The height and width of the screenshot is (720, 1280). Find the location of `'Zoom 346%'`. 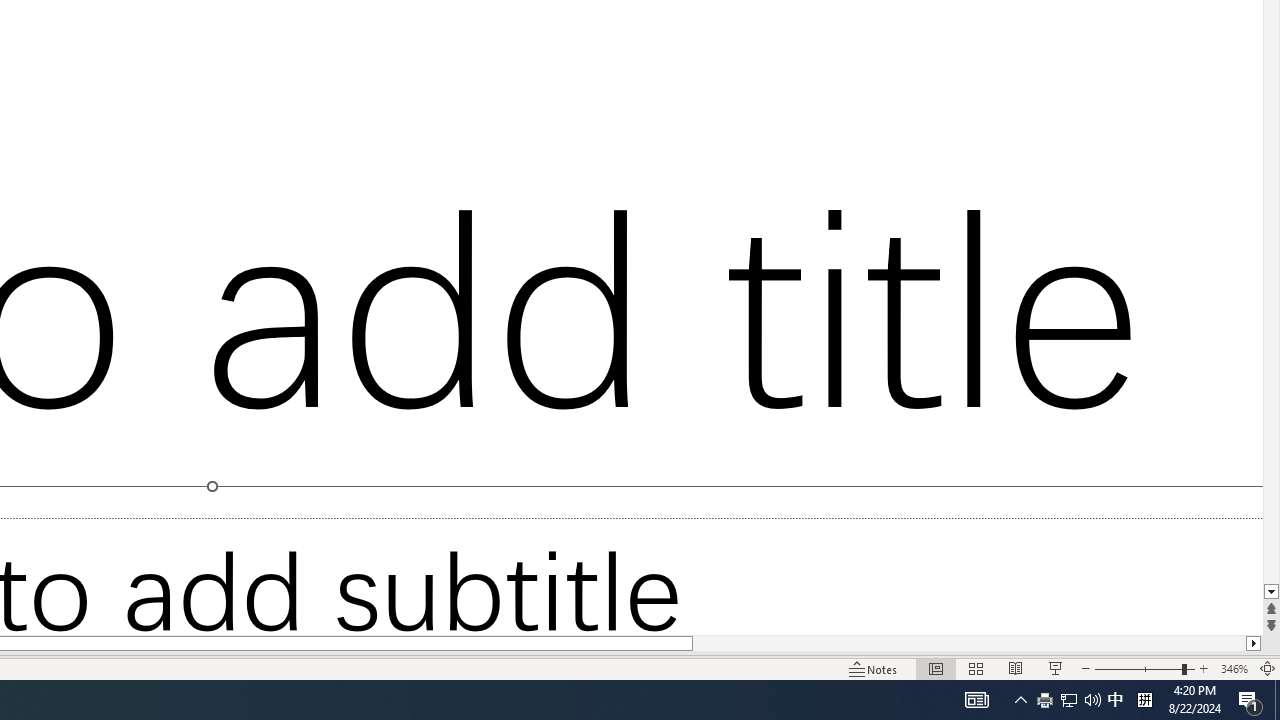

'Zoom 346%' is located at coordinates (1233, 669).